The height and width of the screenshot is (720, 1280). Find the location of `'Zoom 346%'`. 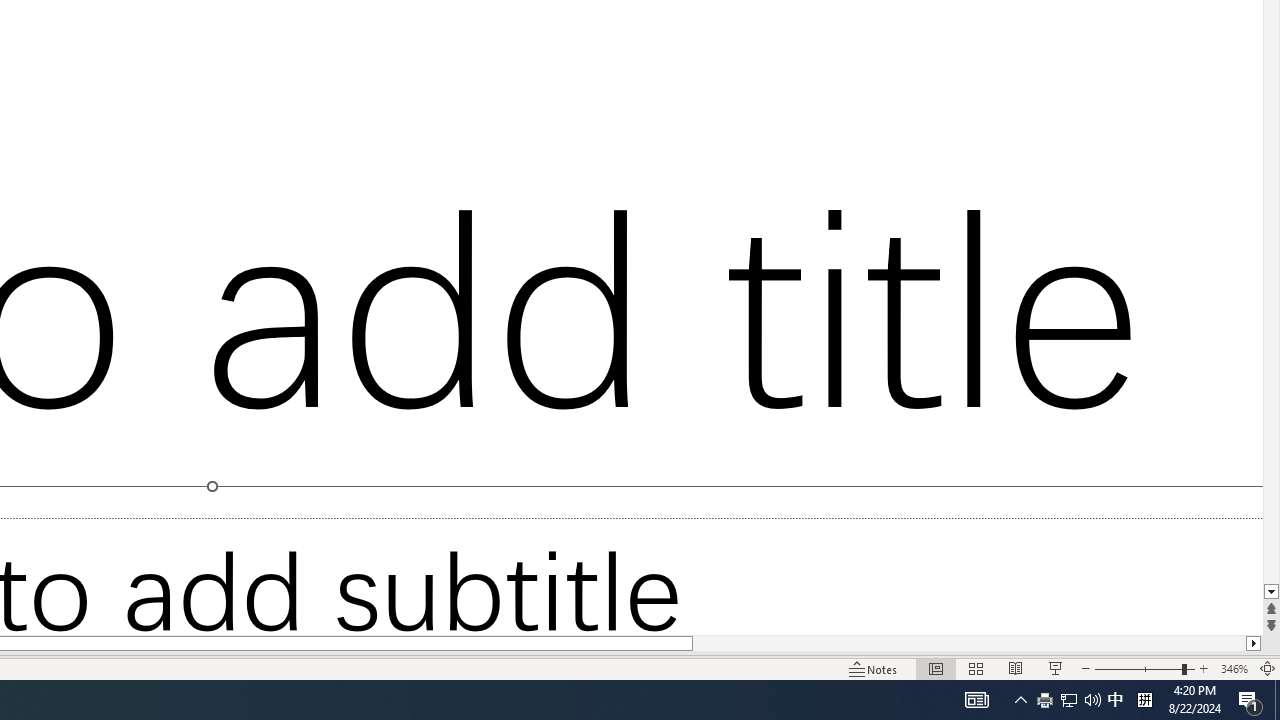

'Zoom 346%' is located at coordinates (1233, 669).